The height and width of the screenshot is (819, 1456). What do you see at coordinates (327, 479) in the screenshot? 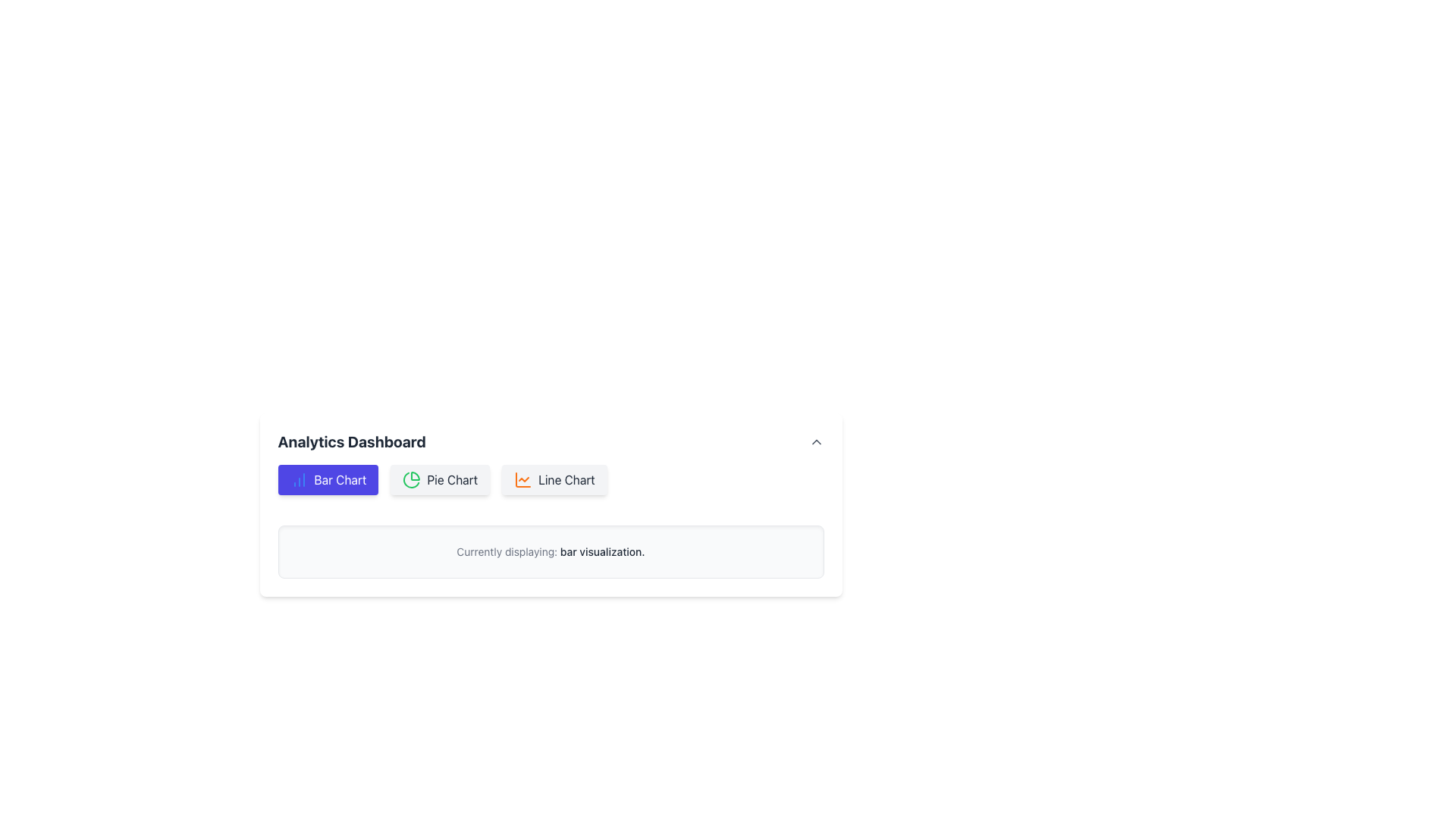
I see `the 'Bar Chart' button, which has a blue background and white text` at bounding box center [327, 479].